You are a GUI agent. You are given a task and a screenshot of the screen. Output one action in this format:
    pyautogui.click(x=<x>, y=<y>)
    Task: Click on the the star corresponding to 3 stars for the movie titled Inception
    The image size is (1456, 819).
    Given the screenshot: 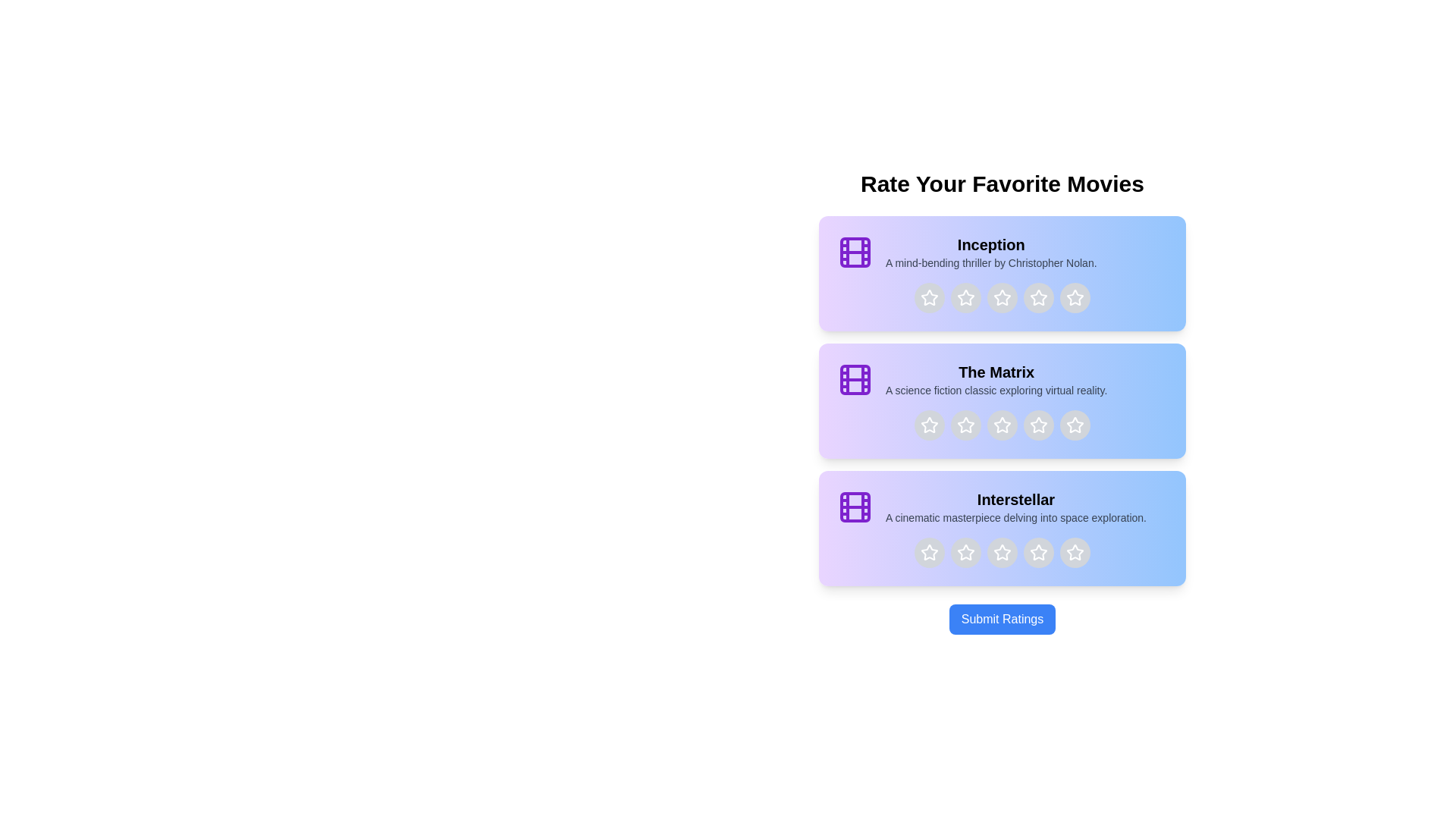 What is the action you would take?
    pyautogui.click(x=1002, y=298)
    